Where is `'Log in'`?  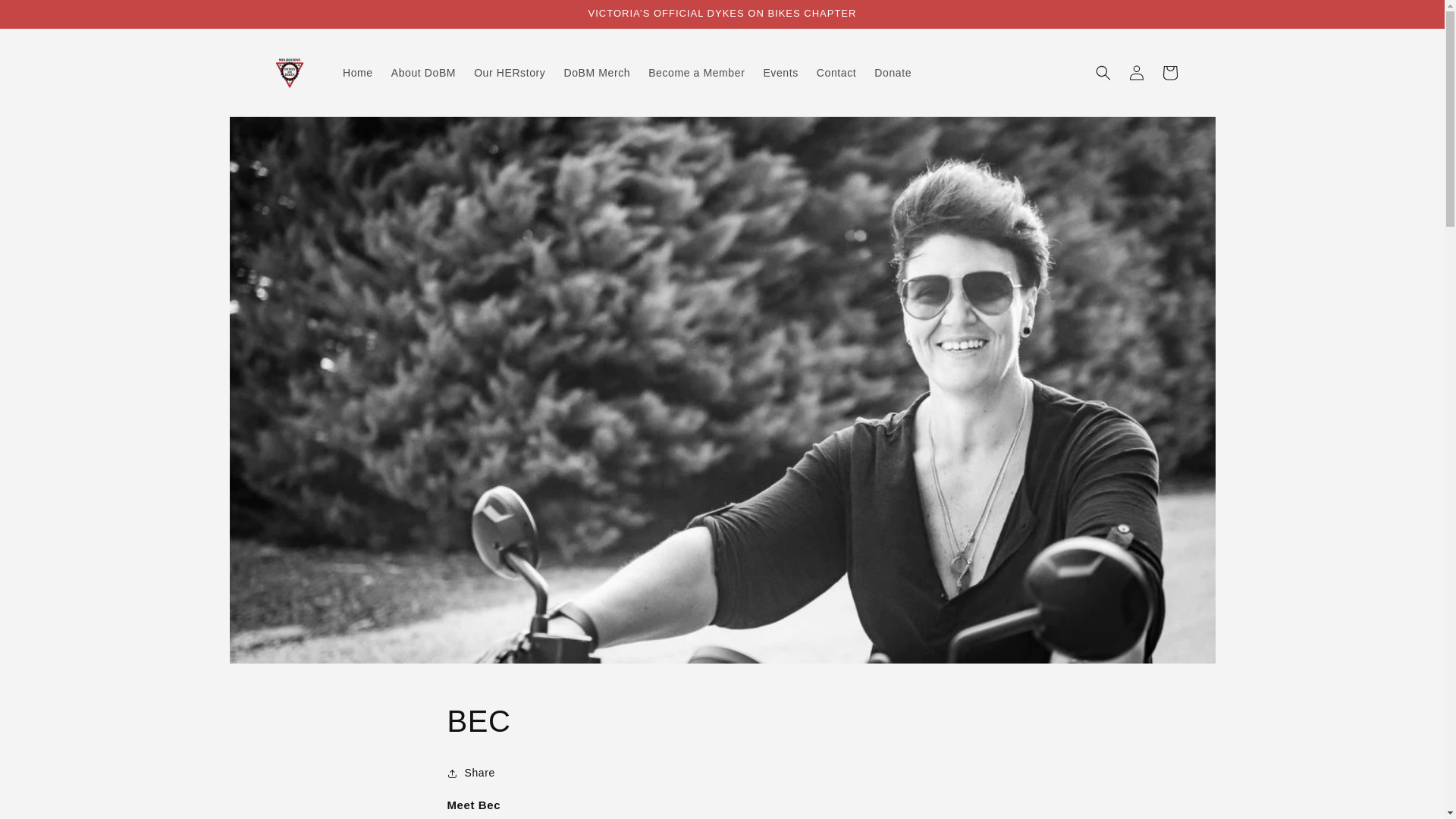
'Log in' is located at coordinates (1135, 73).